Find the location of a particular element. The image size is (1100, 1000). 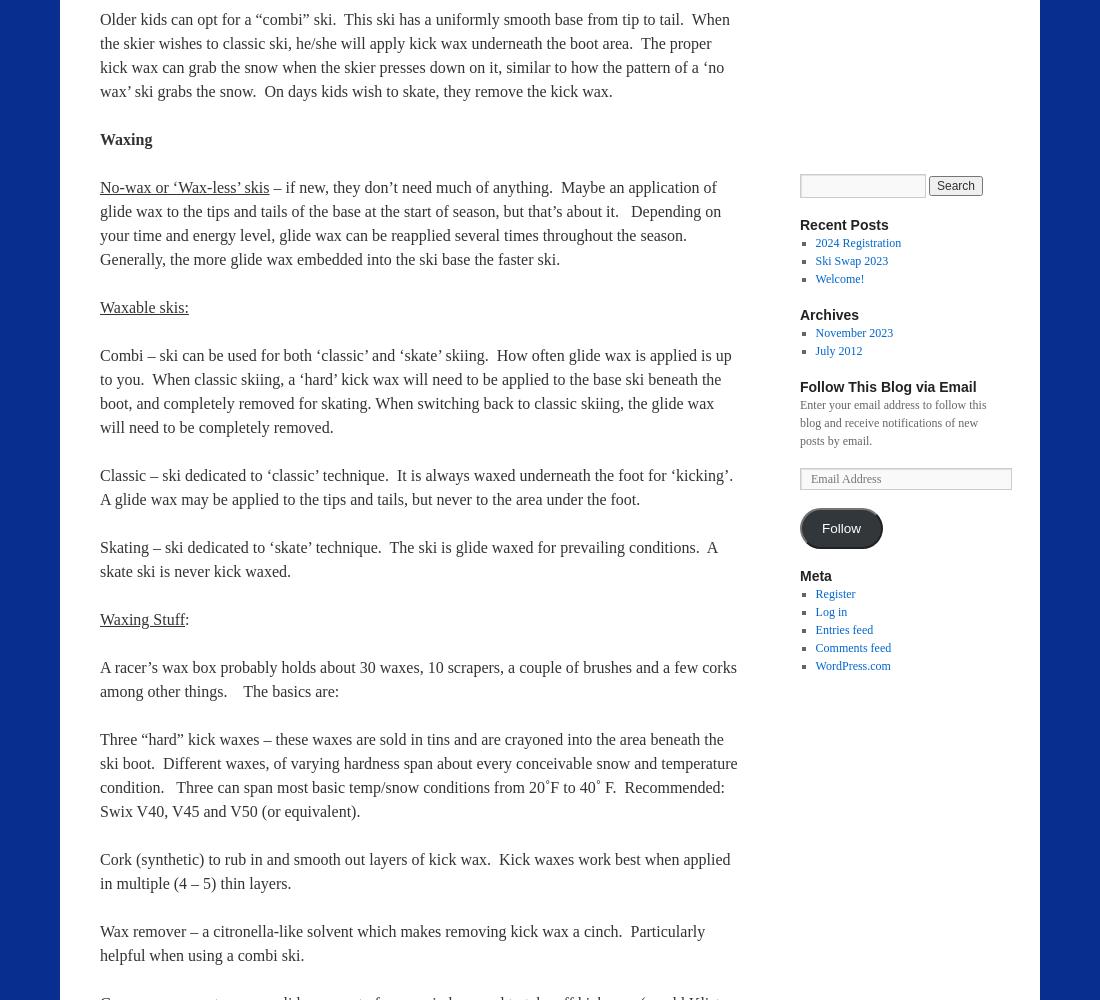

'Wax remover – a citronella-like solvent which makes removing kick wax a cinch.  Particularly helpful when using a combi ski.' is located at coordinates (402, 942).